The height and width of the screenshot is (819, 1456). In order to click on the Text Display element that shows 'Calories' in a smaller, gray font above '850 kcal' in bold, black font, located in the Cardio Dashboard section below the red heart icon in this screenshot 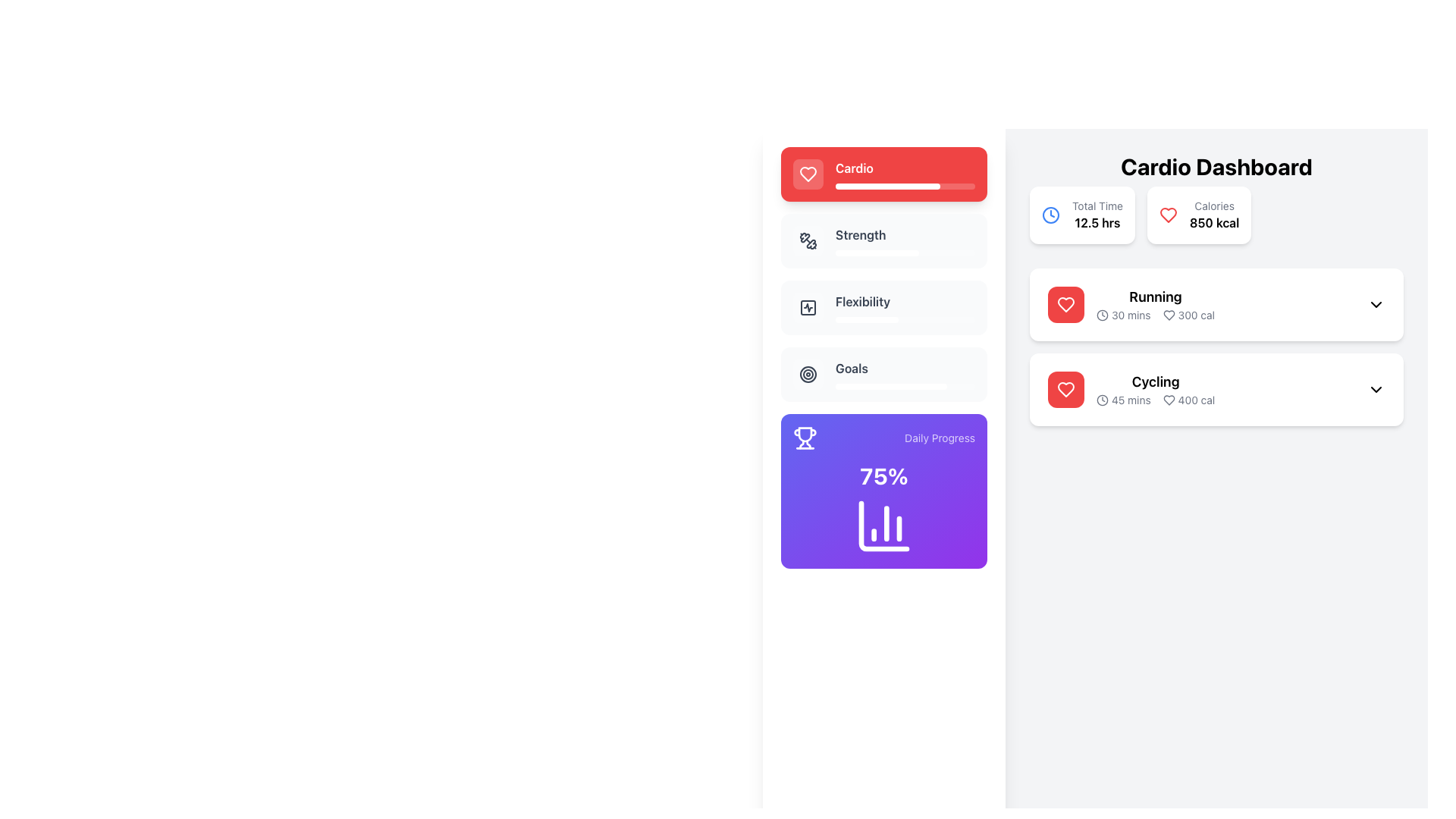, I will do `click(1214, 215)`.